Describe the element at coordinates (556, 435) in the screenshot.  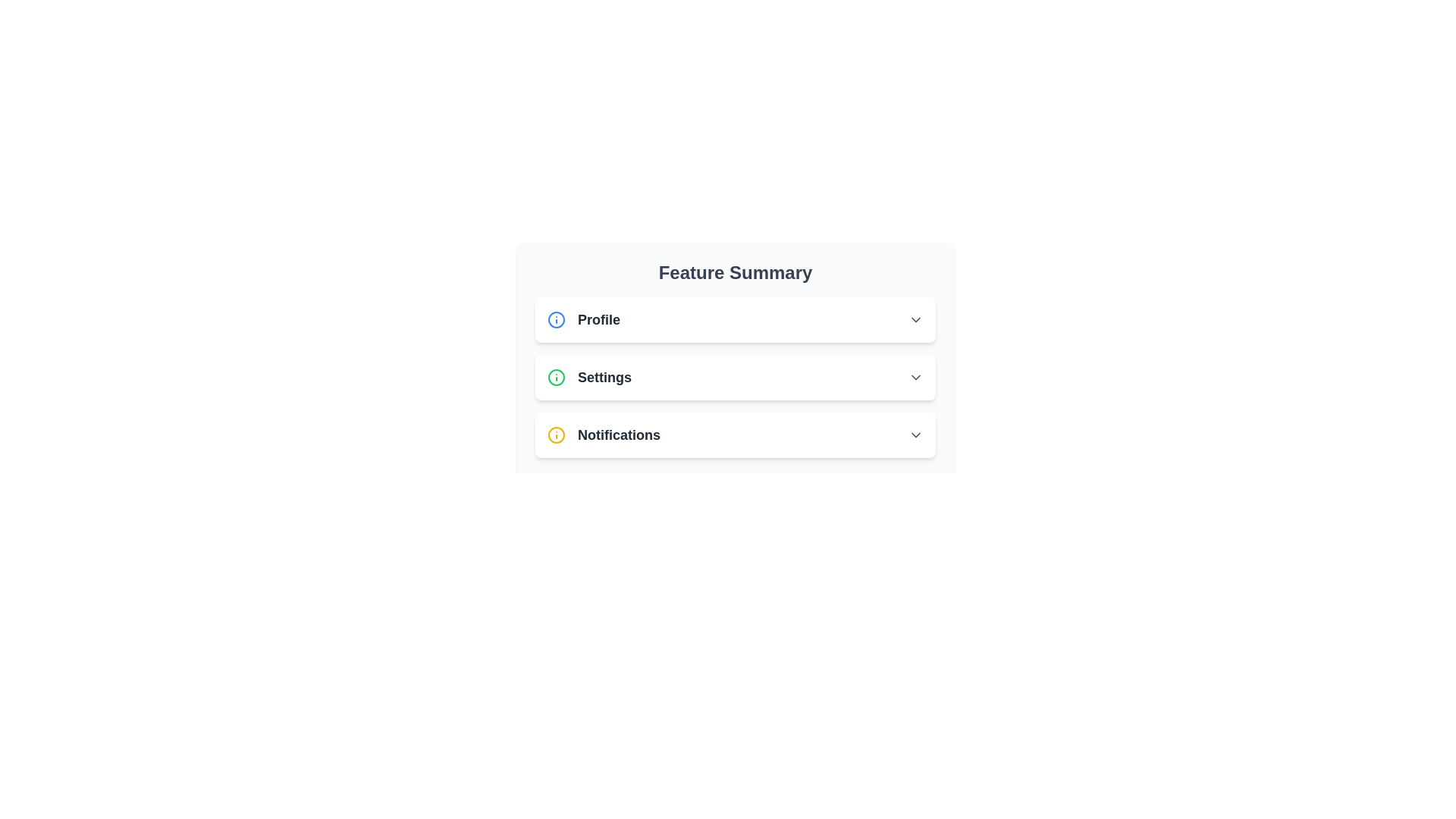
I see `the Notifications icon located to the left of the Notifications section header, which is the third item in the Feature Summary list` at that location.